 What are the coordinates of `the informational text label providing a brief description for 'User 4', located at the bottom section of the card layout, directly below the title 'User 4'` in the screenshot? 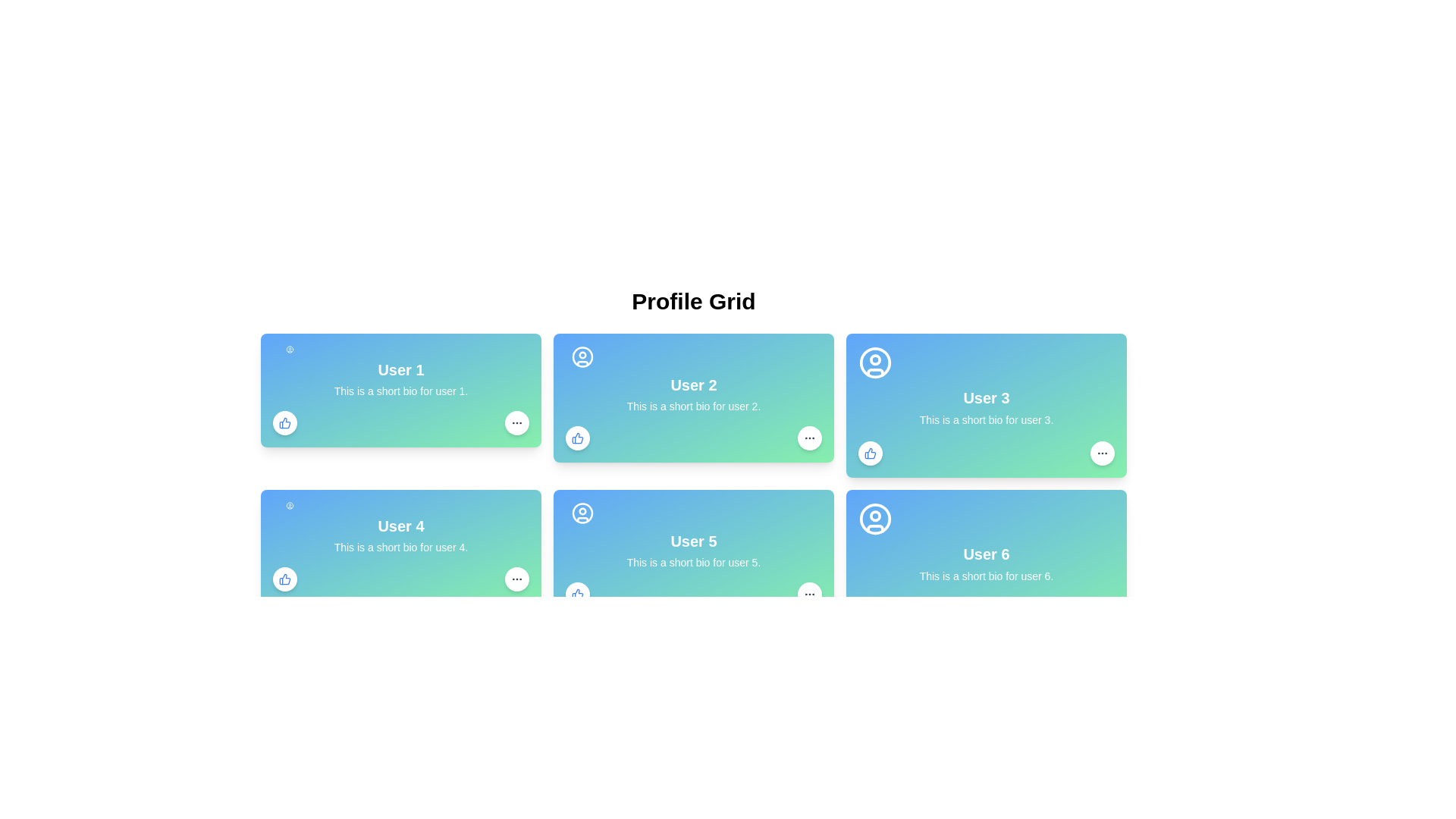 It's located at (400, 547).